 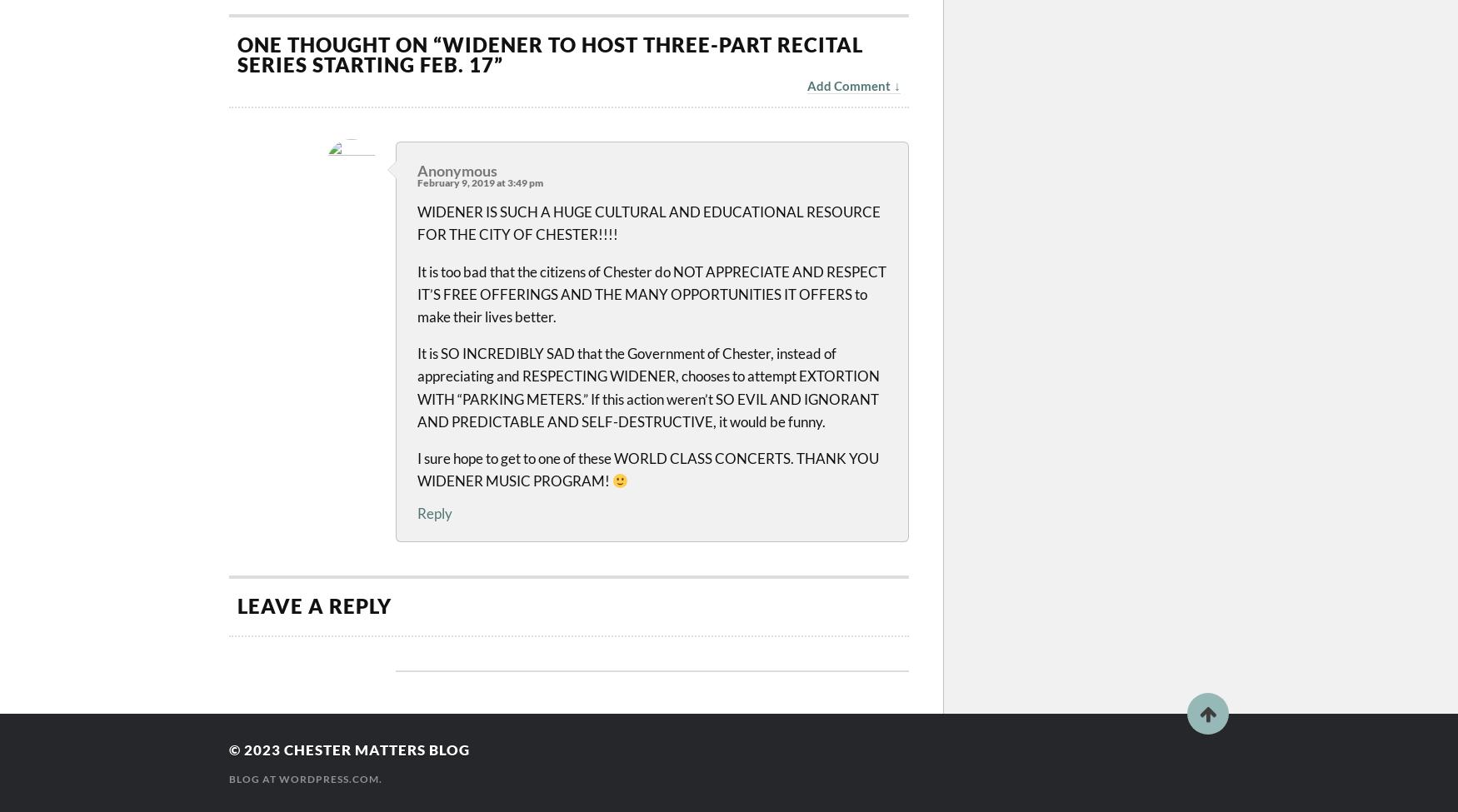 What do you see at coordinates (305, 778) in the screenshot?
I see `'Blog at WordPress.com.'` at bounding box center [305, 778].